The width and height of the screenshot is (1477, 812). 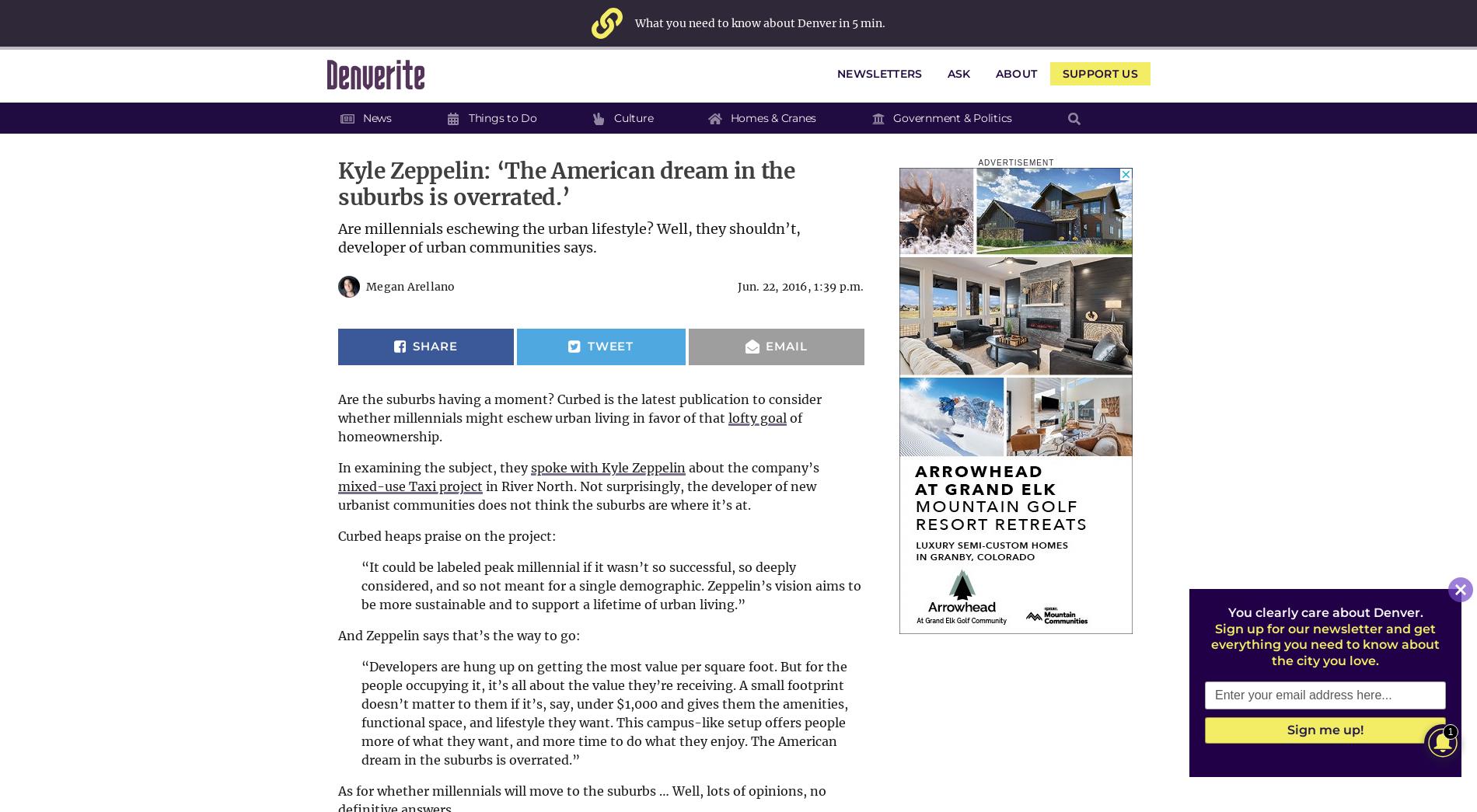 What do you see at coordinates (1324, 612) in the screenshot?
I see `'You clearly care about Denver.'` at bounding box center [1324, 612].